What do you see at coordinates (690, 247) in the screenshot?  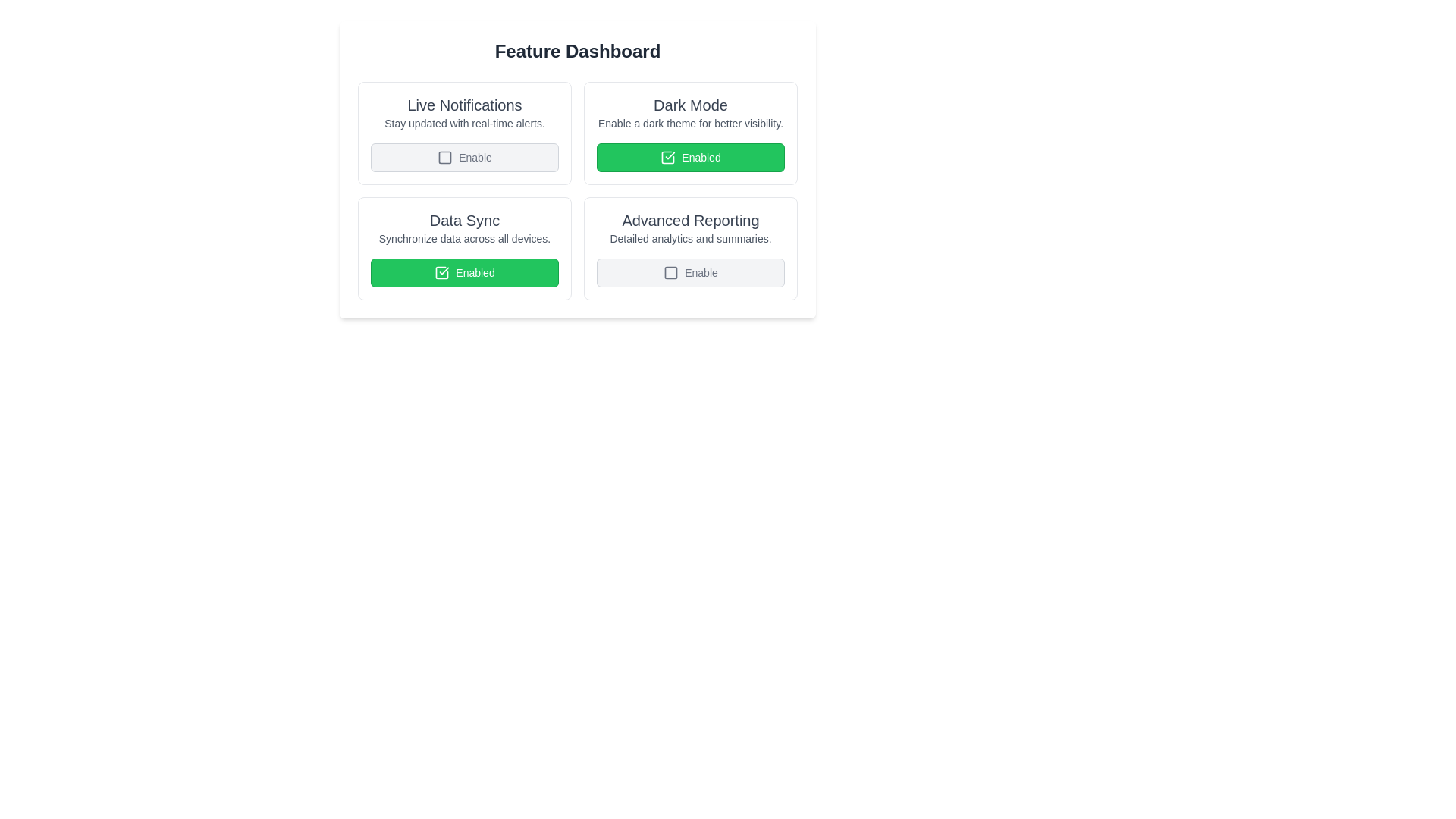 I see `the 'Enable' button on the 'Advanced Reporting' feature card located in the bottom-right cell of the grid layout` at bounding box center [690, 247].